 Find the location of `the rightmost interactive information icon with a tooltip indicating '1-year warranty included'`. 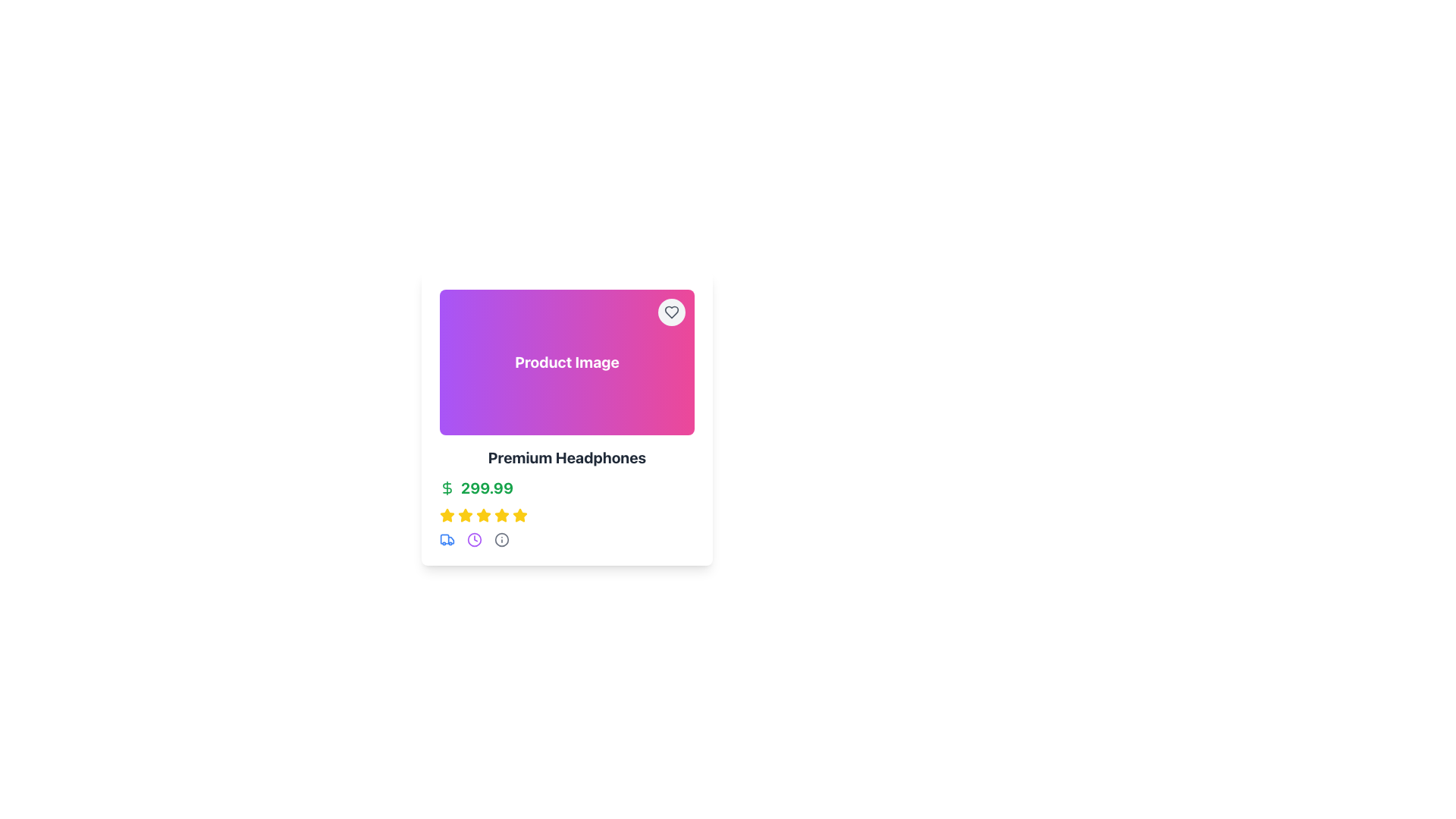

the rightmost interactive information icon with a tooltip indicating '1-year warranty included' is located at coordinates (502, 539).